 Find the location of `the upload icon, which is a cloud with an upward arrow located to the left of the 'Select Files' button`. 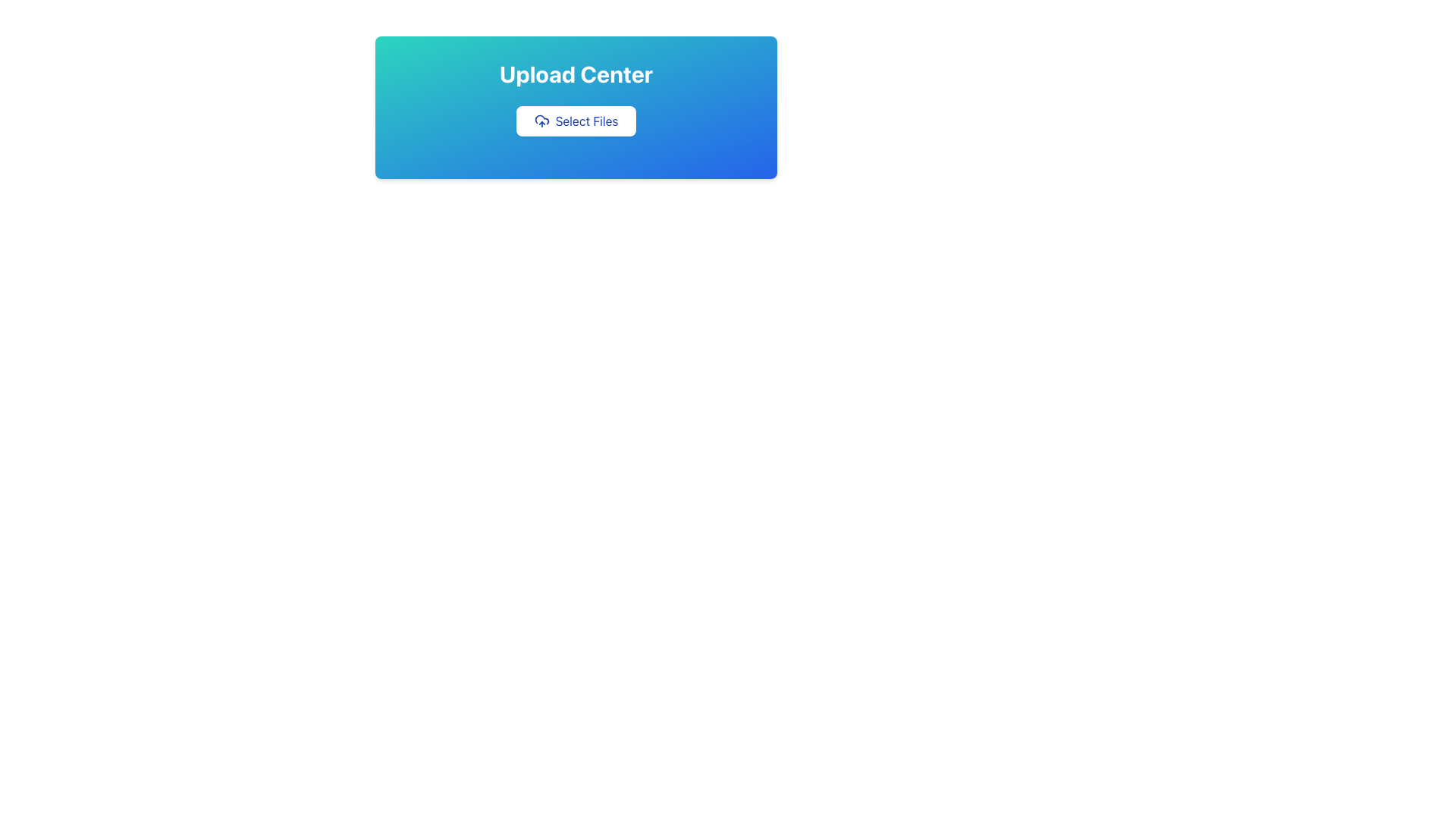

the upload icon, which is a cloud with an upward arrow located to the left of the 'Select Files' button is located at coordinates (541, 120).